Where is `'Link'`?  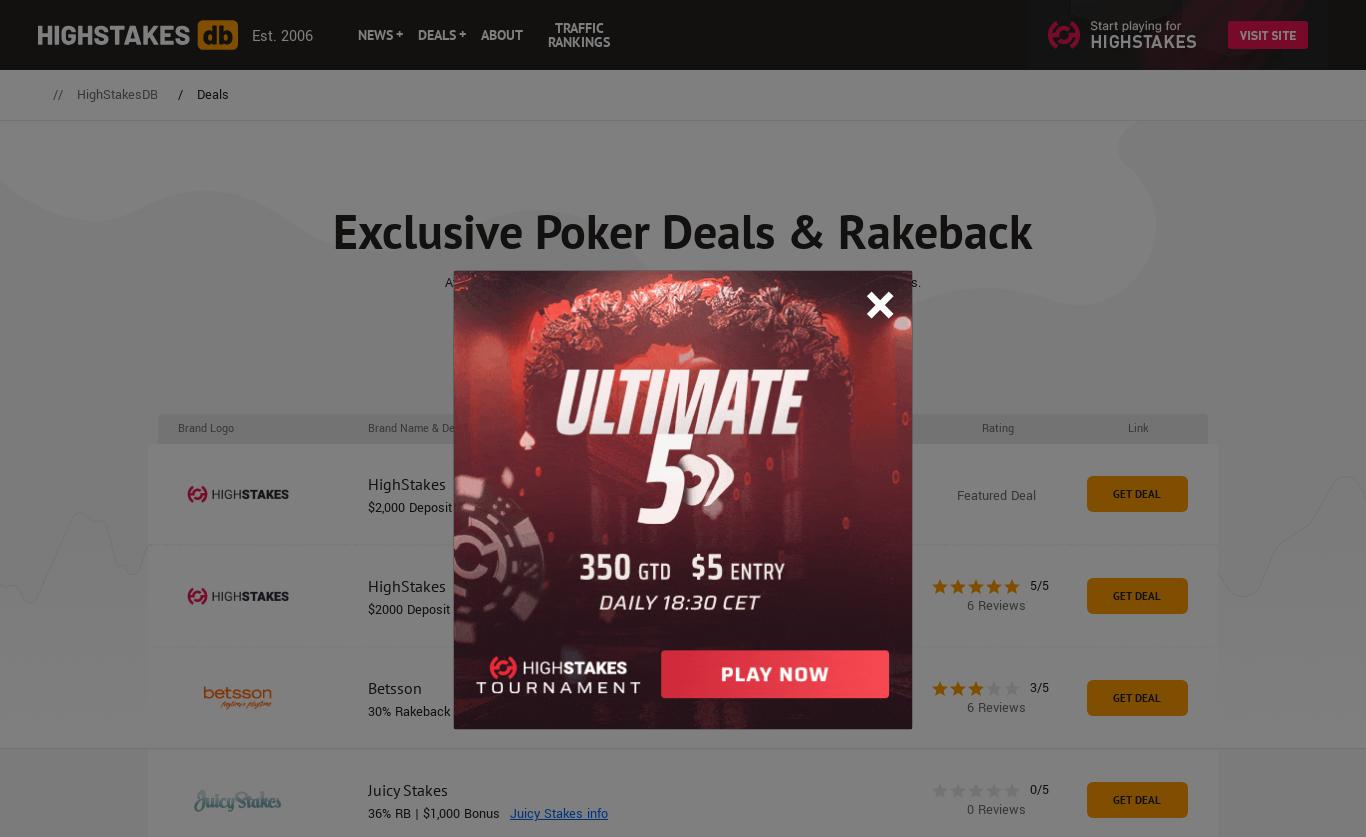 'Link' is located at coordinates (1136, 426).